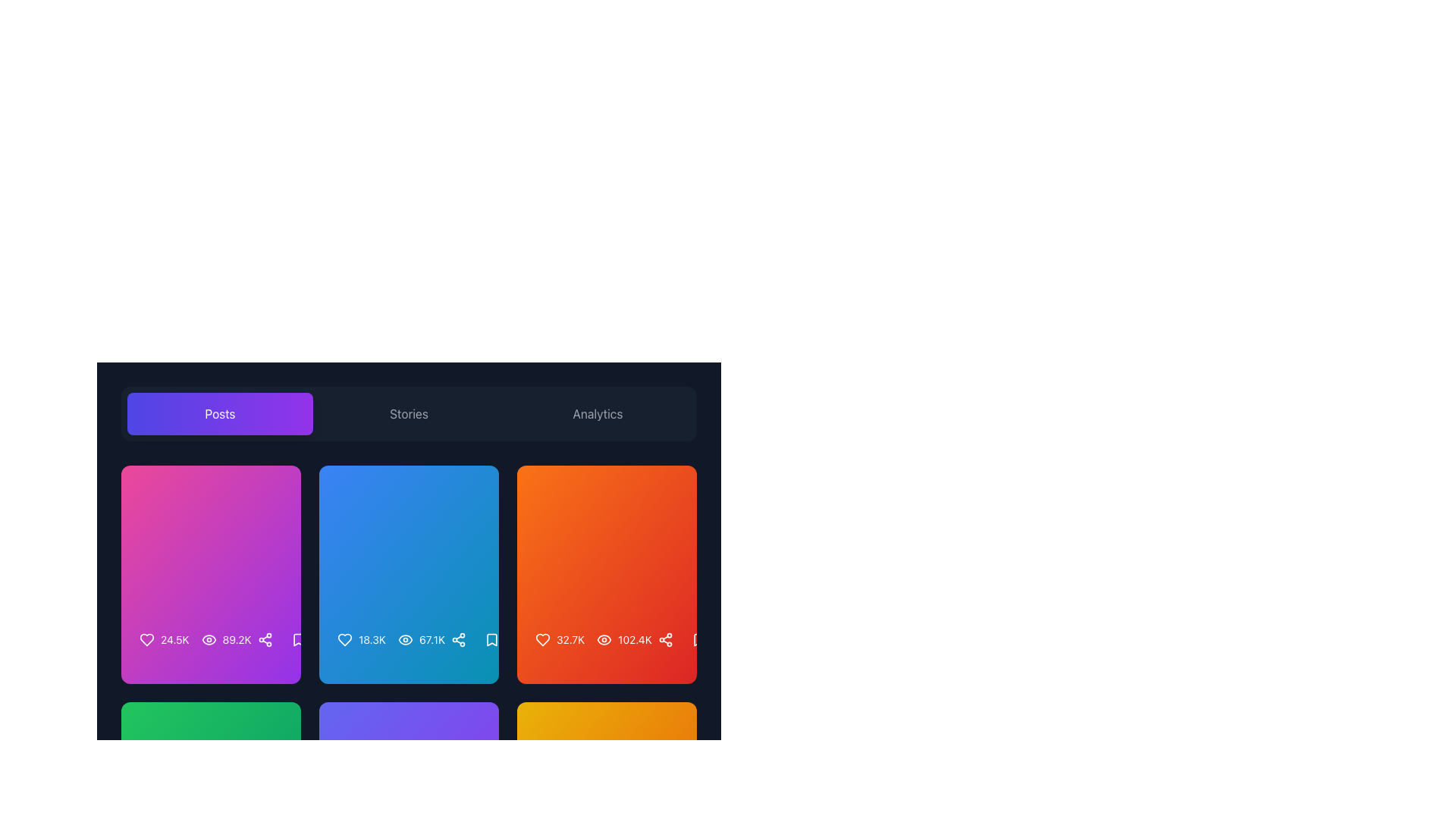  I want to click on the eye-shaped icon with a white outline and circular pupil against an orange background, located to the left of the text '102.4K' and adjacent to a heart icon with '32.7K' on its left, so click(604, 640).